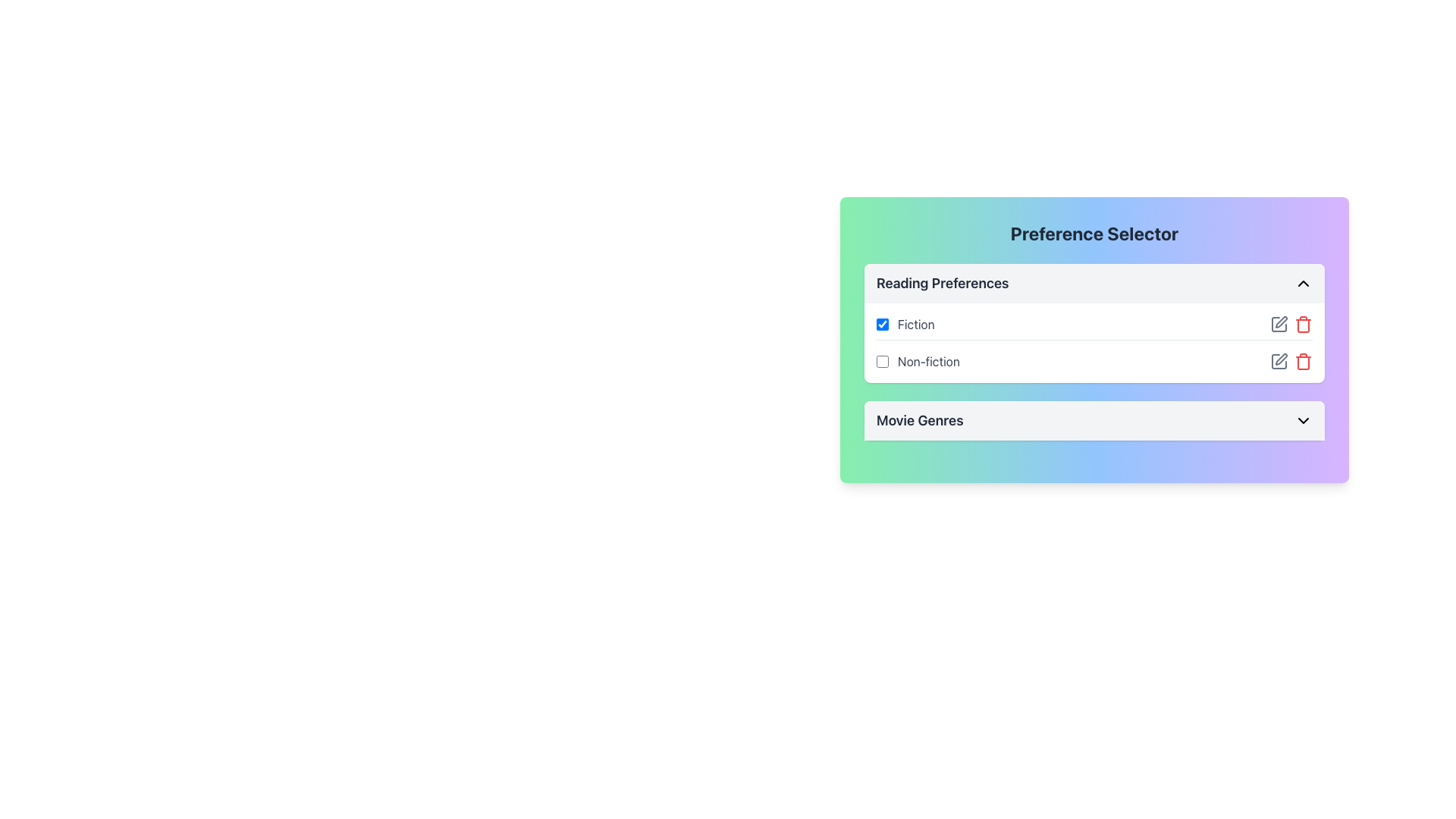  Describe the element at coordinates (1302, 284) in the screenshot. I see `the chevron arrow icon located at the top-right corner of the 'Reading Preferences' section` at that location.